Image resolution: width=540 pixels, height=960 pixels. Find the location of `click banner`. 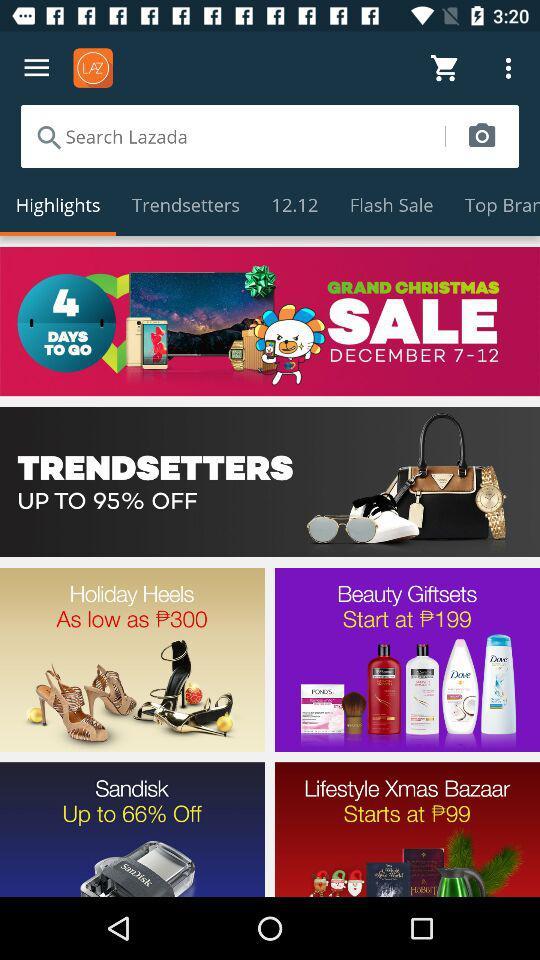

click banner is located at coordinates (270, 481).